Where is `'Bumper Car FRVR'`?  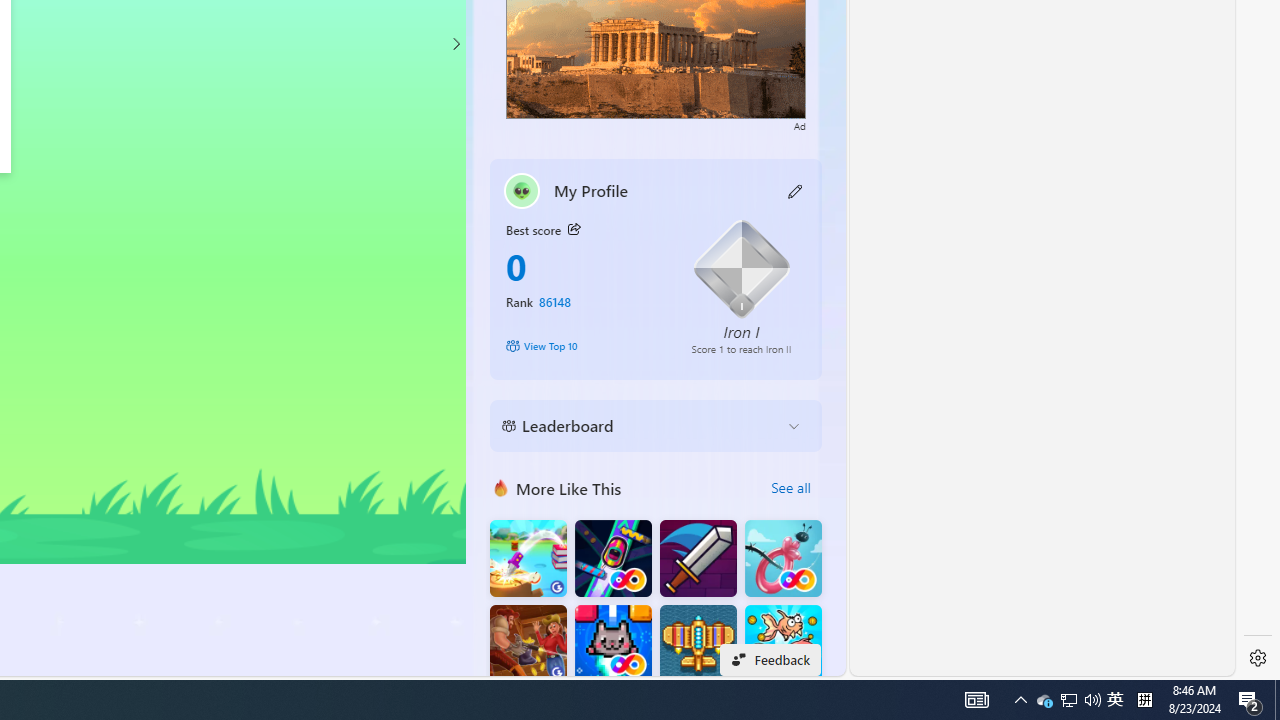
'Bumper Car FRVR' is located at coordinates (612, 558).